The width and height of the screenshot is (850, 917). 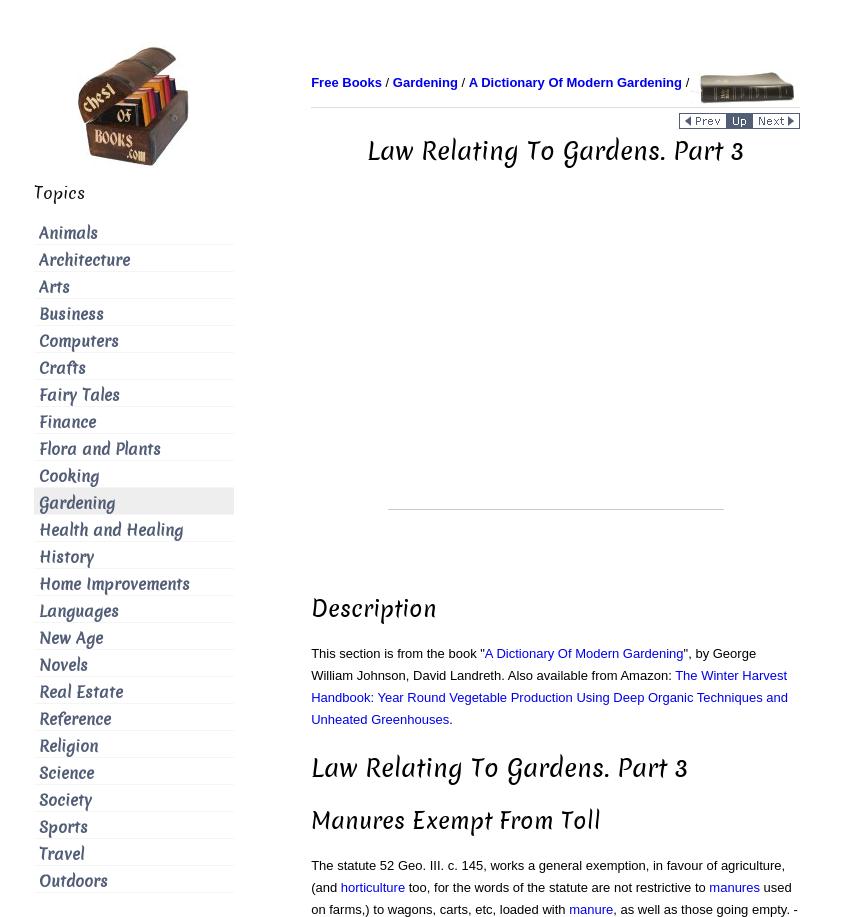 I want to click on 'The Winter Harvest Handbook: Year Round Vegetable Production Using Deep Organic Techniques and Unheated Greenhouses', so click(x=548, y=697).